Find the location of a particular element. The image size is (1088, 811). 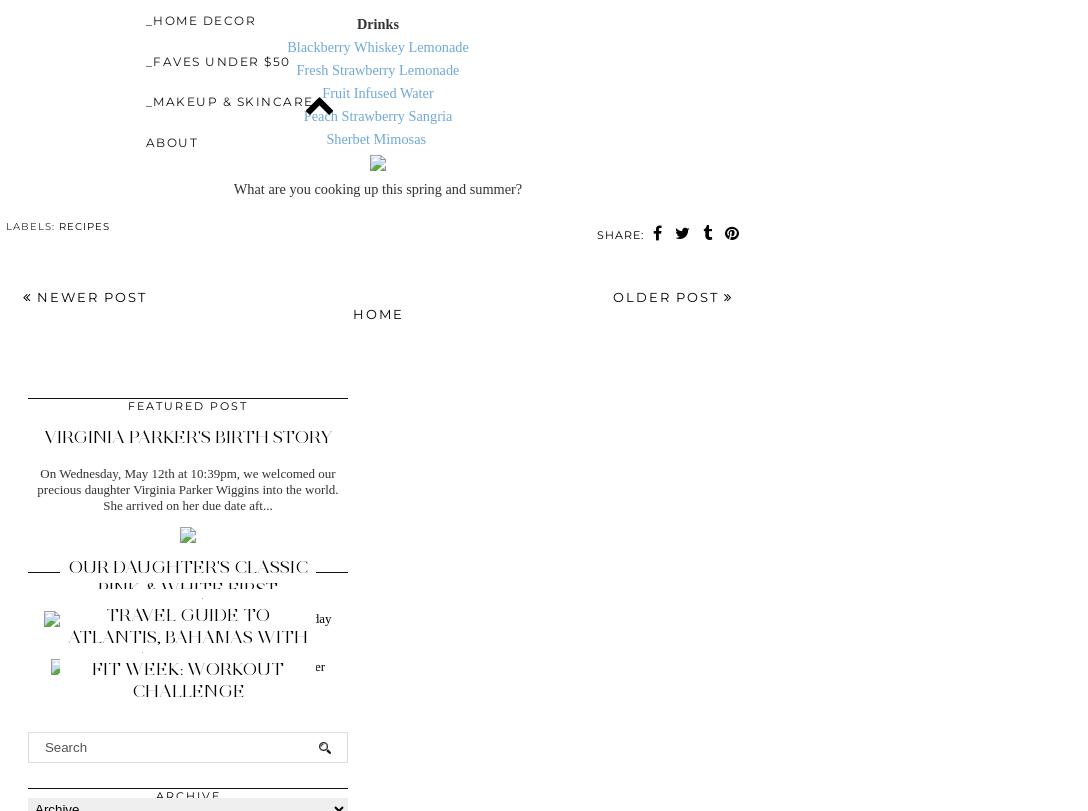

'How We Organized the Nursery' is located at coordinates (186, 615).